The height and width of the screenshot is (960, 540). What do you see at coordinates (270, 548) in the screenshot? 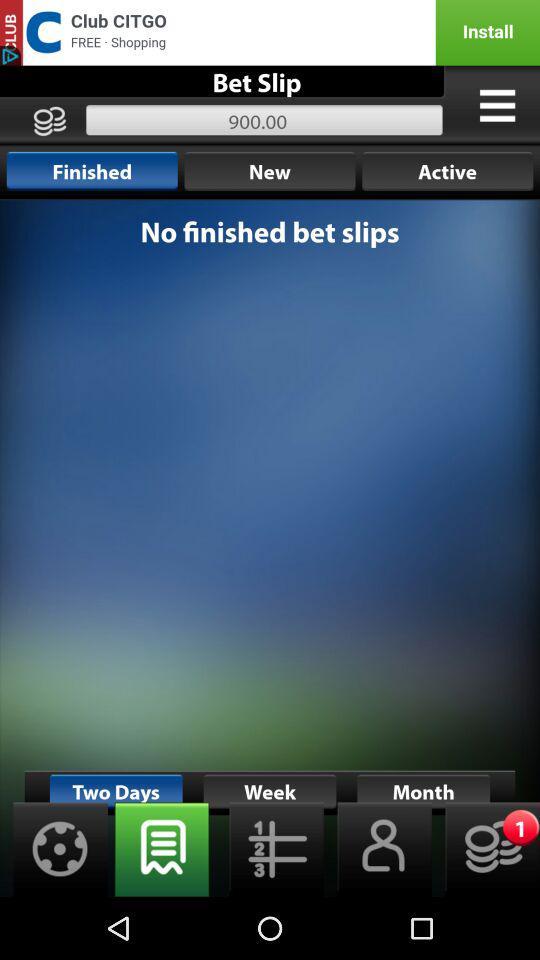
I see `main interface` at bounding box center [270, 548].